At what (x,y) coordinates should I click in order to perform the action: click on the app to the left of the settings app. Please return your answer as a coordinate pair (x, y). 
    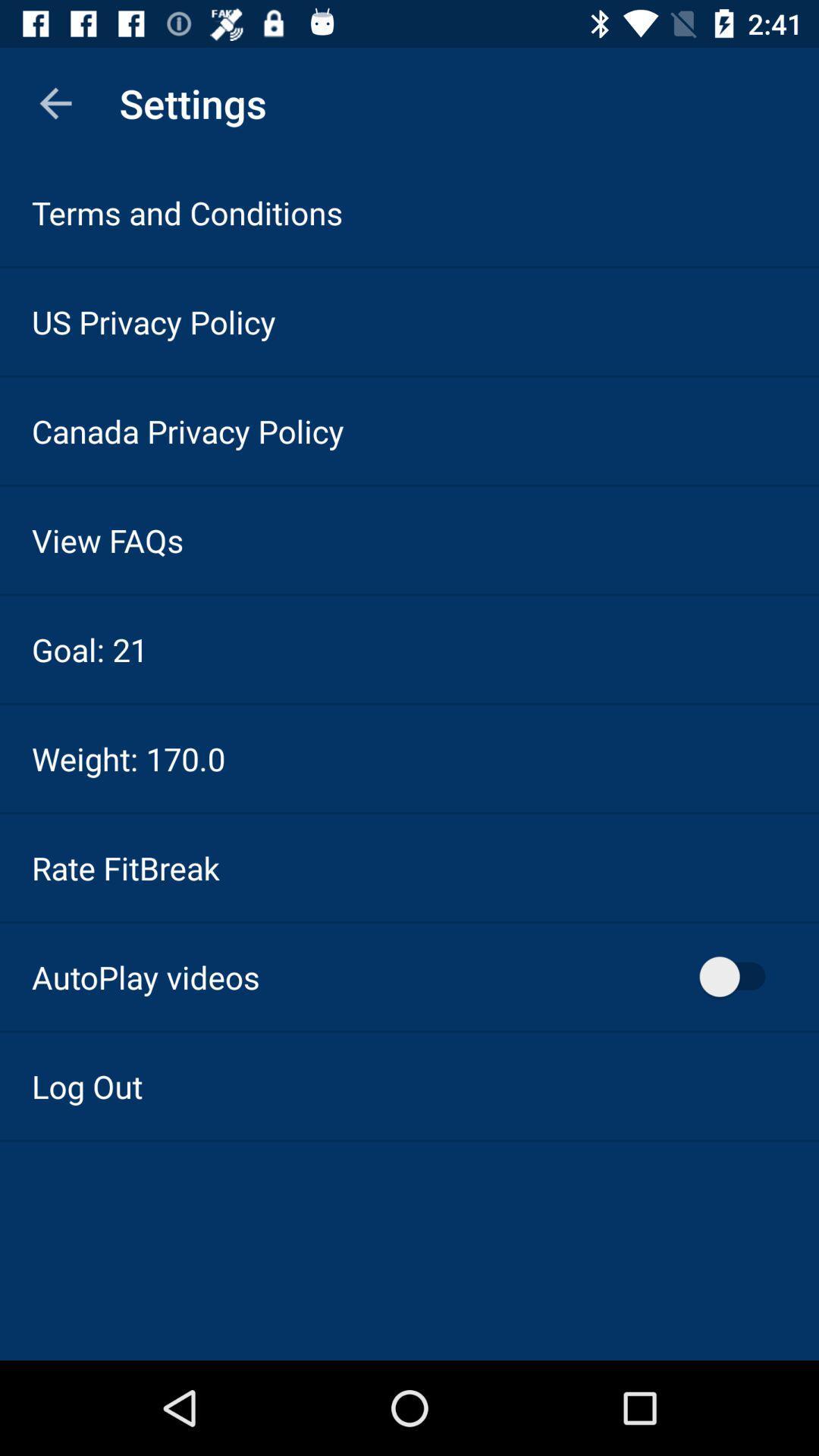
    Looking at the image, I should click on (55, 102).